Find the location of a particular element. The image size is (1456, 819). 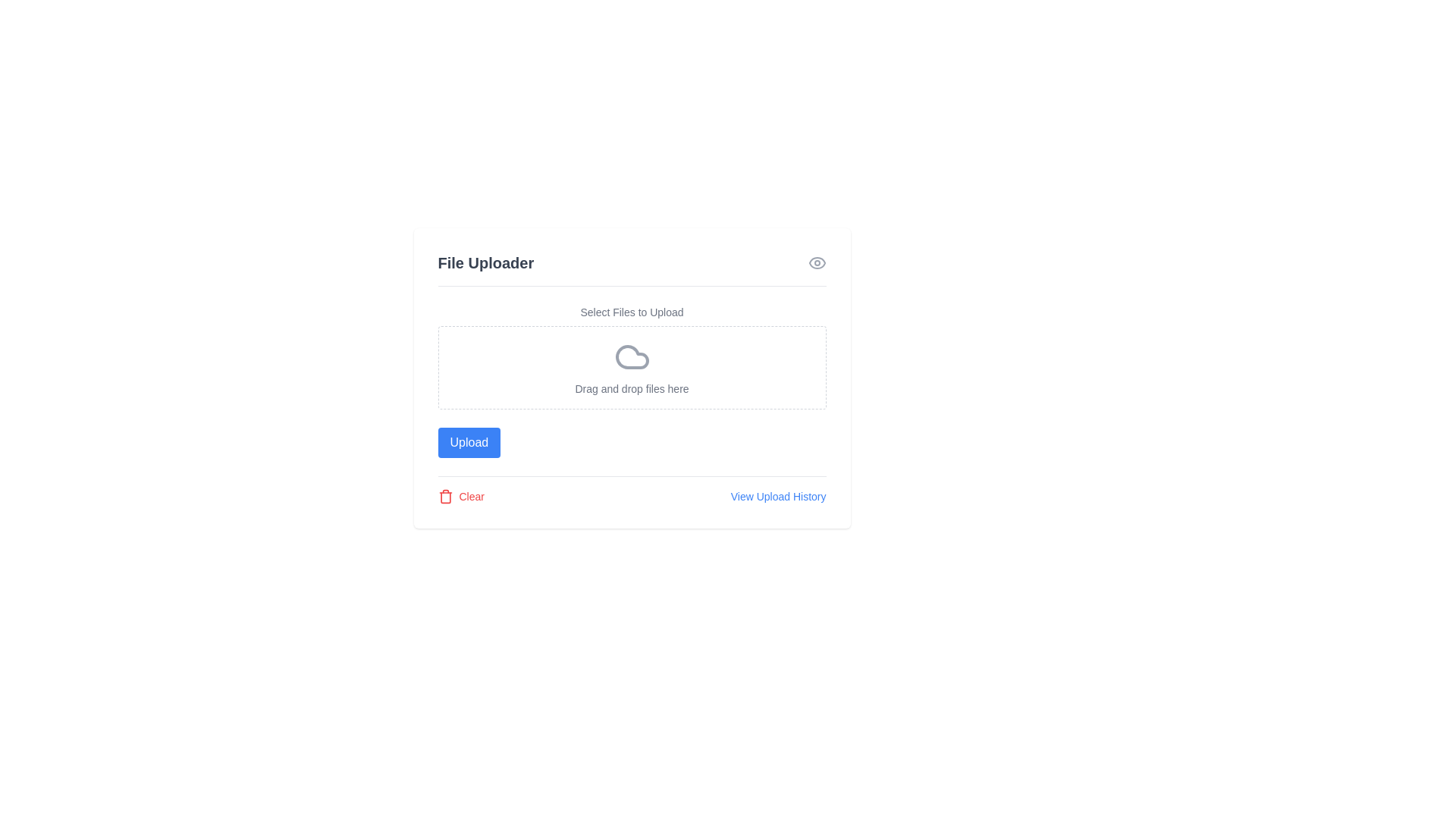

the instructional text that reads 'Select Files to Upload', which is centrally placed above the file uploader box is located at coordinates (632, 312).